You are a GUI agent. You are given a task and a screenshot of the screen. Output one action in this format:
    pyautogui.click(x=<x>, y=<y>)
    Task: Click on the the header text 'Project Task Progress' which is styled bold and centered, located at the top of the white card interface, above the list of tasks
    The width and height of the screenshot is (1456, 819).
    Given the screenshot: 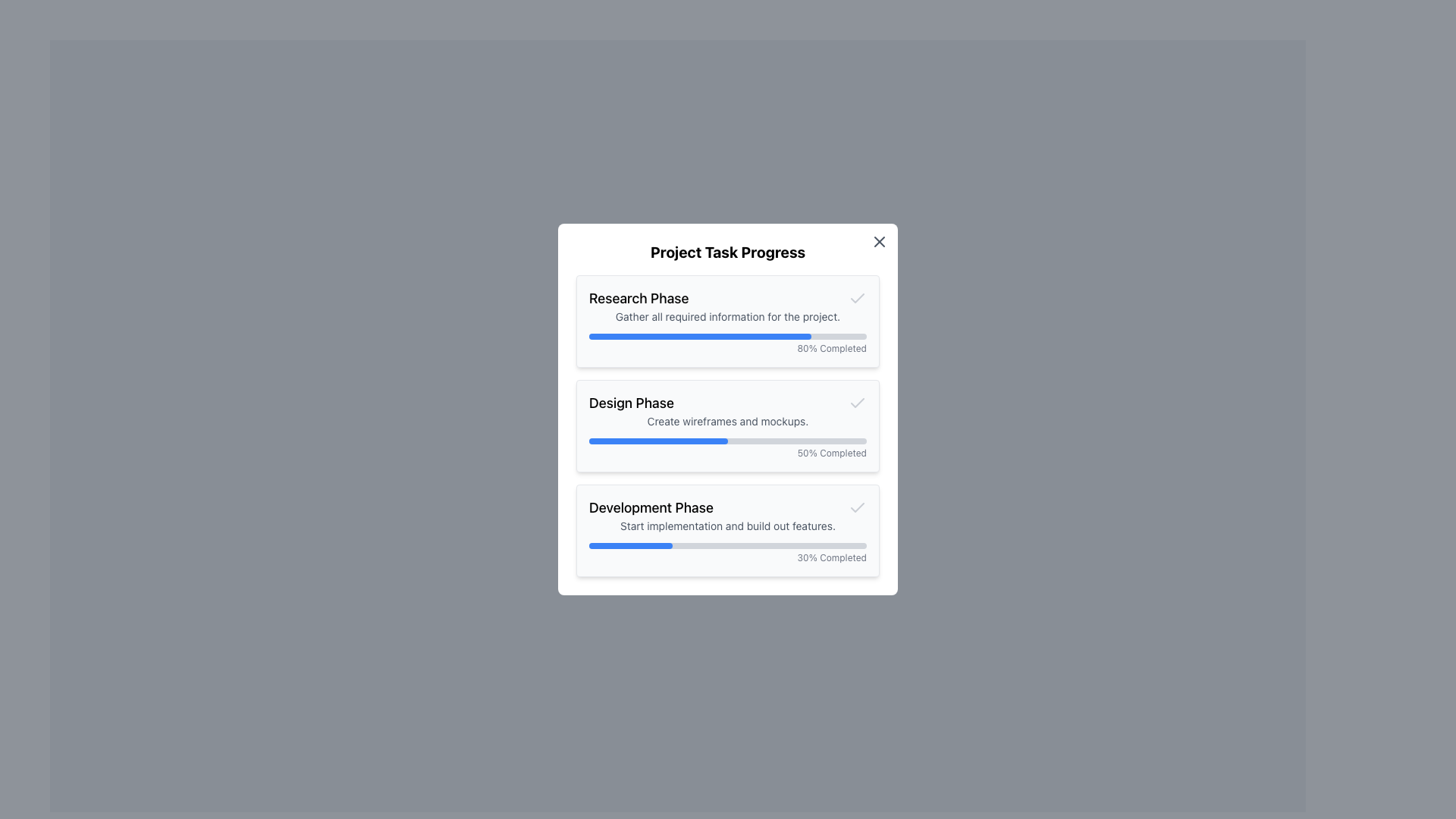 What is the action you would take?
    pyautogui.click(x=728, y=251)
    